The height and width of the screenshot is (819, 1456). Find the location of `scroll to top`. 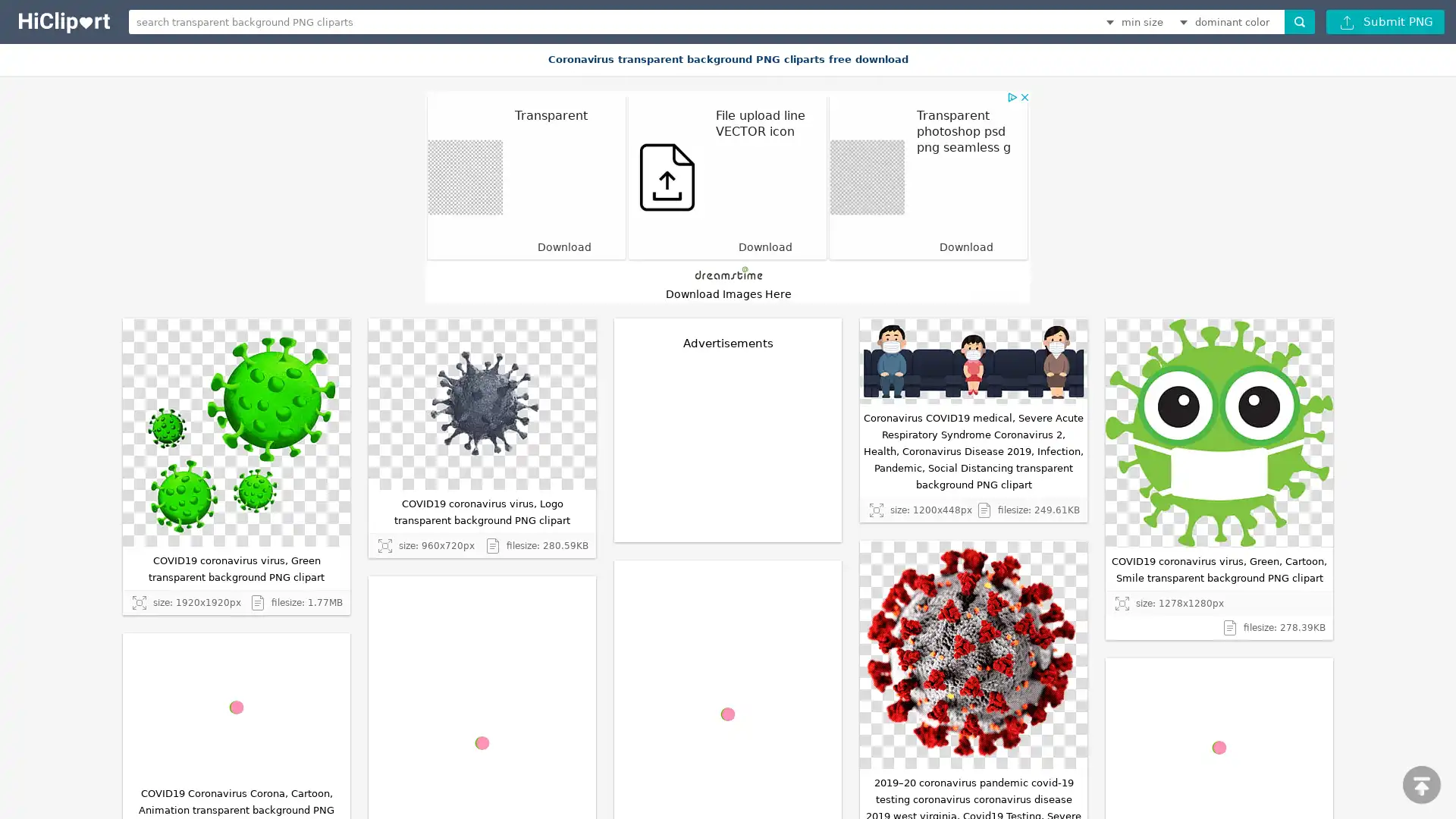

scroll to top is located at coordinates (1421, 784).